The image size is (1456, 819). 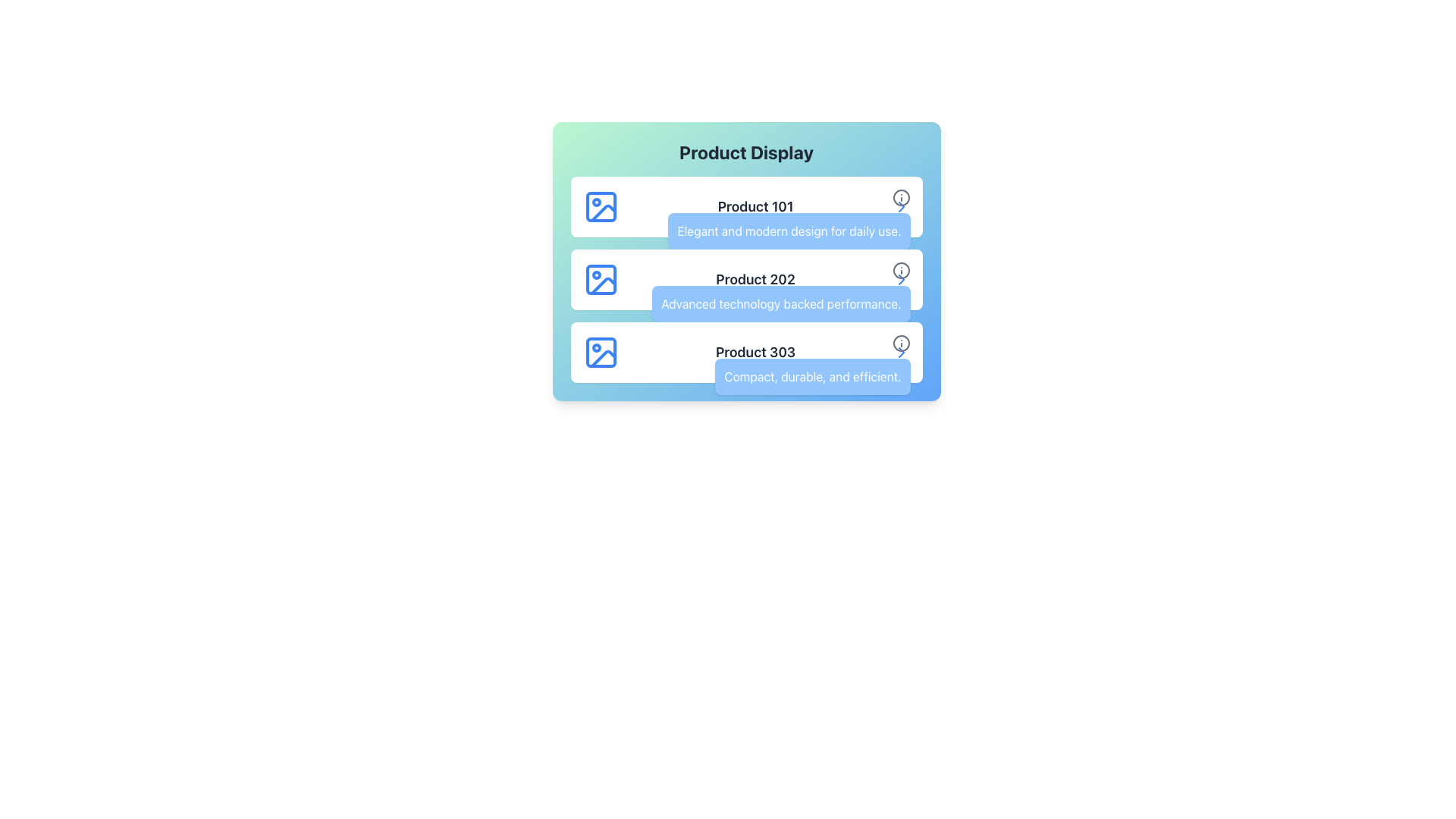 What do you see at coordinates (600, 207) in the screenshot?
I see `the photo icon with a blue outline and rounded corners that suggests a mountain, located at the top of the list of product cards` at bounding box center [600, 207].